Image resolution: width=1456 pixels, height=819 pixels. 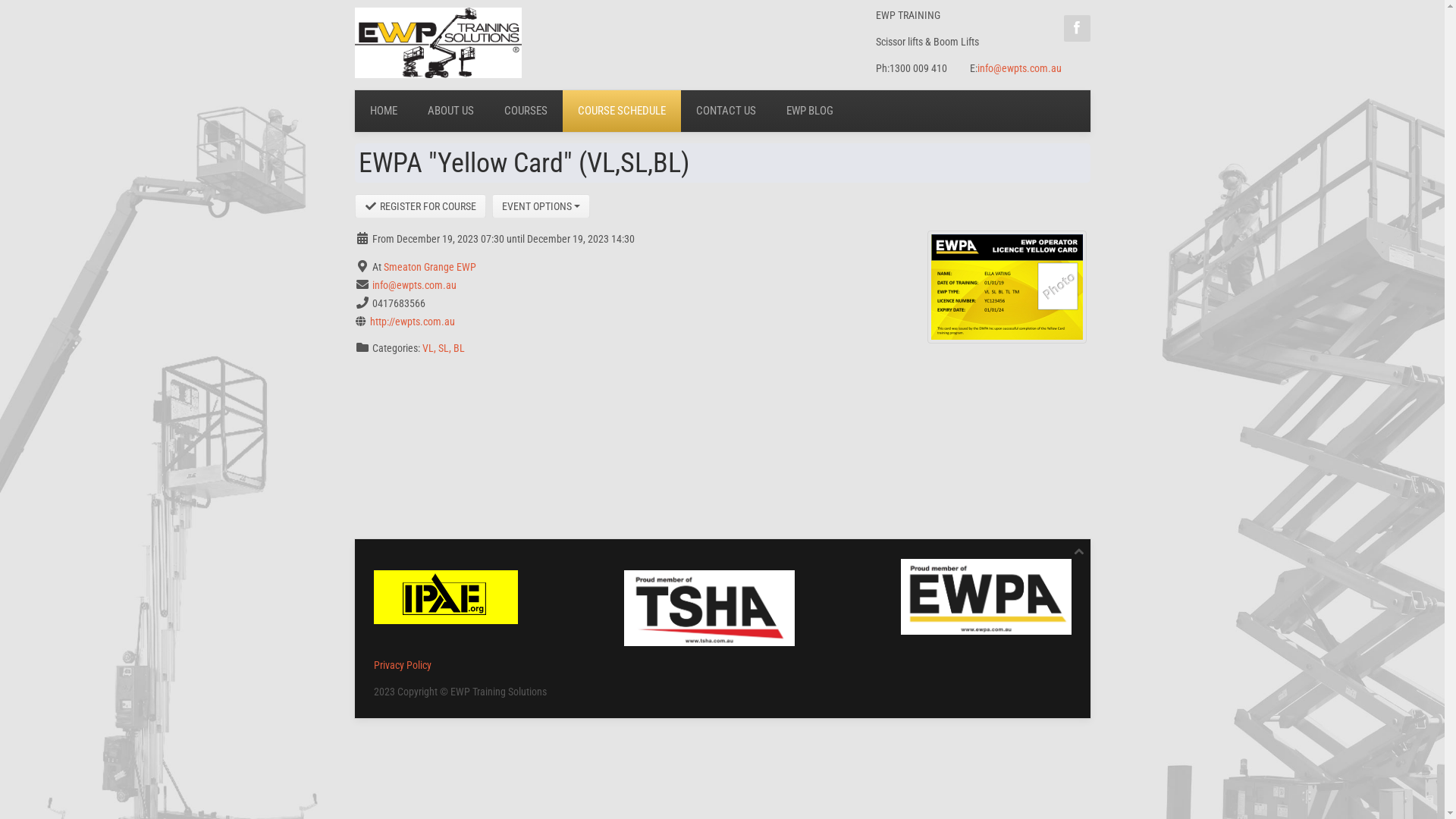 What do you see at coordinates (372, 664) in the screenshot?
I see `'Privacy Policy '` at bounding box center [372, 664].